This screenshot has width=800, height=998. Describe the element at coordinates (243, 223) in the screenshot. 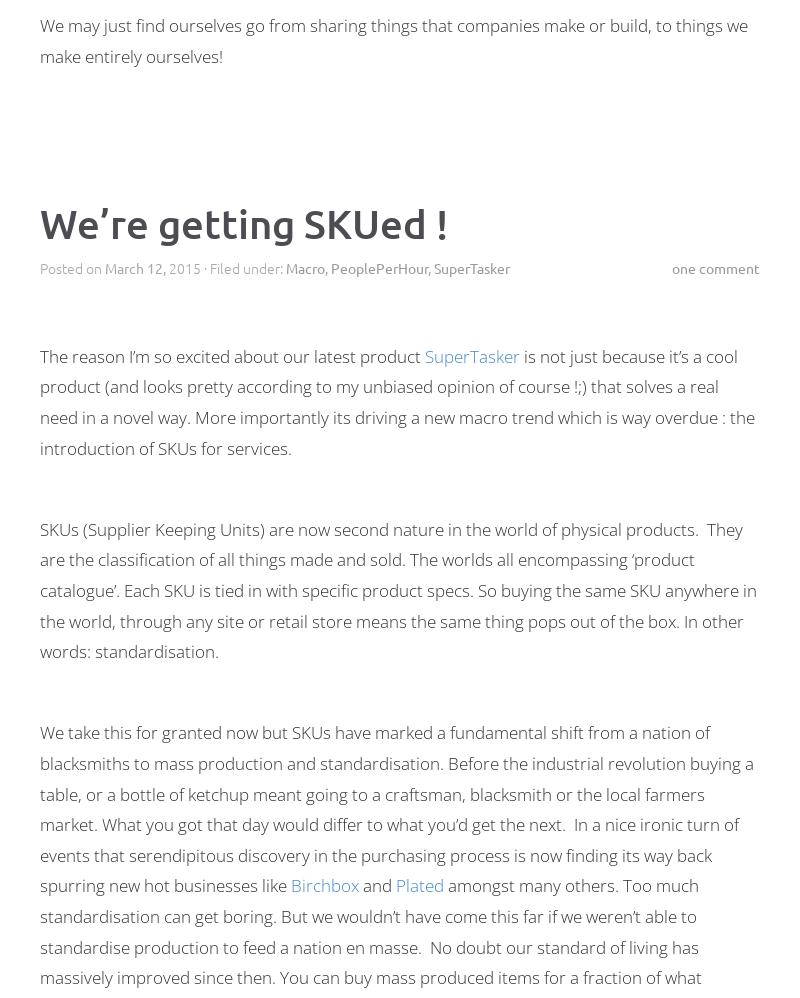

I see `'We’re getting SKUed !'` at that location.